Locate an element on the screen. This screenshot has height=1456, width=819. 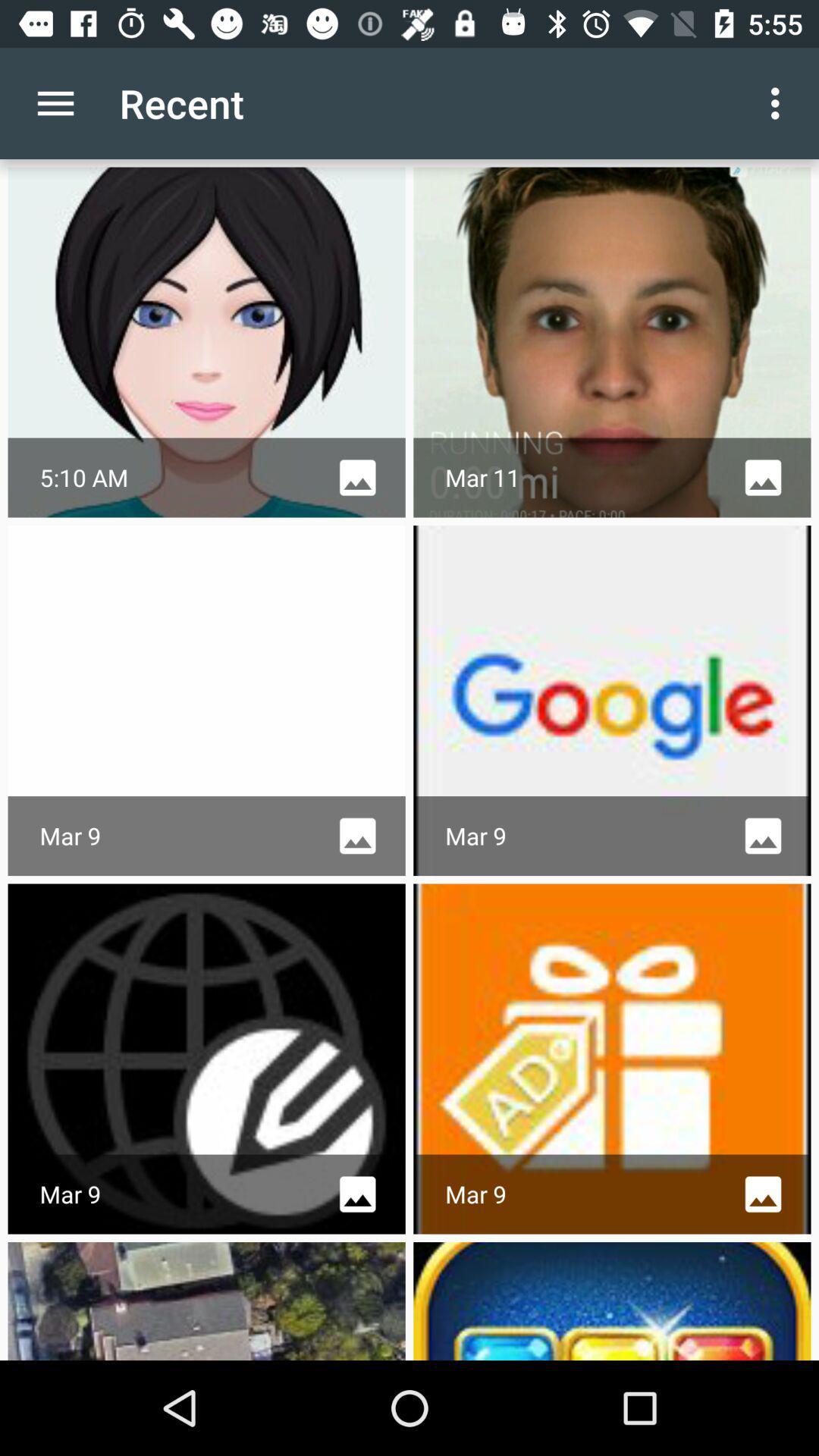
the app next to the recent is located at coordinates (779, 102).